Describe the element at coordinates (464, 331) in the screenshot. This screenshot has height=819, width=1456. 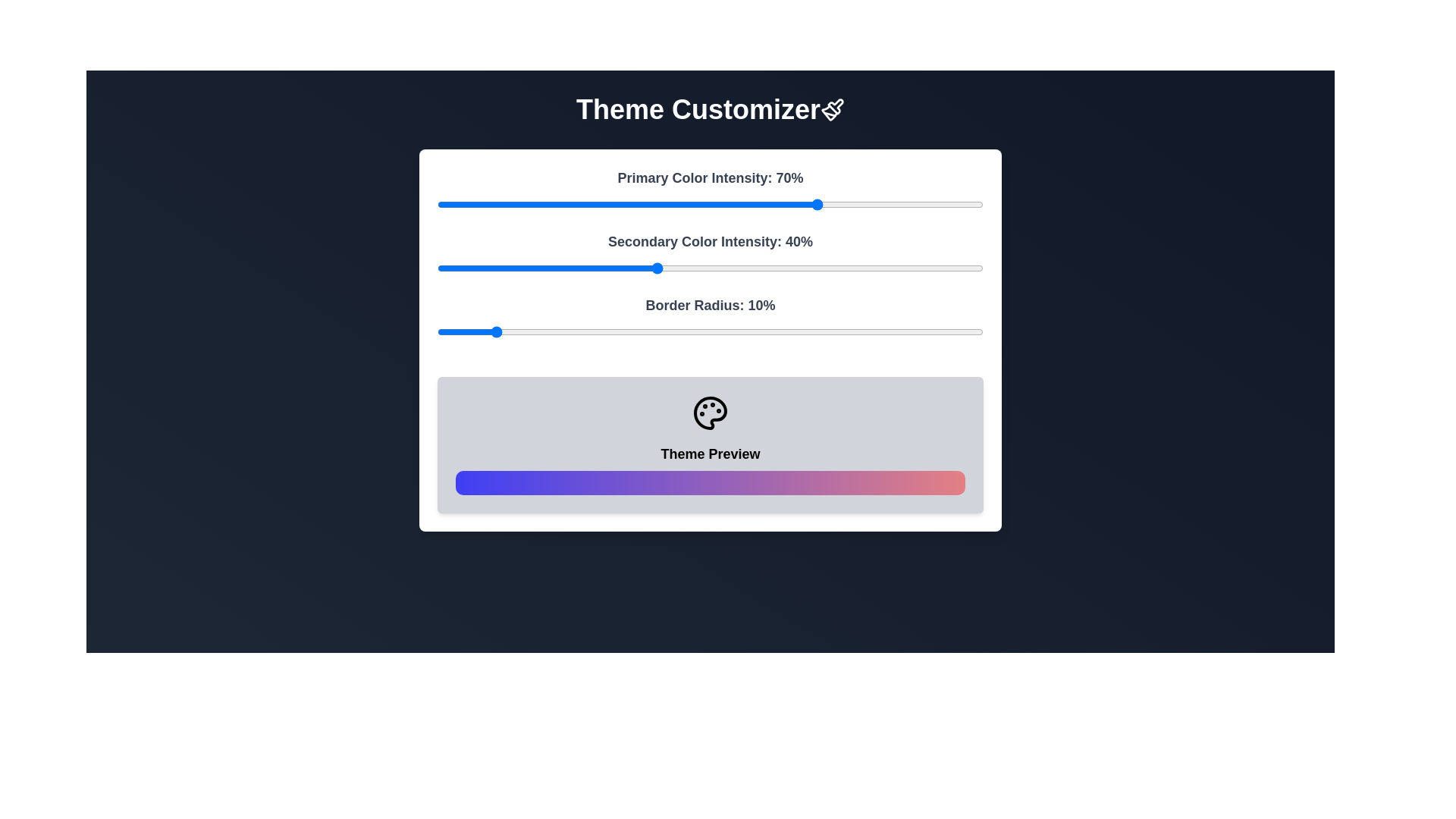
I see `the Border Radius slider to 5%` at that location.